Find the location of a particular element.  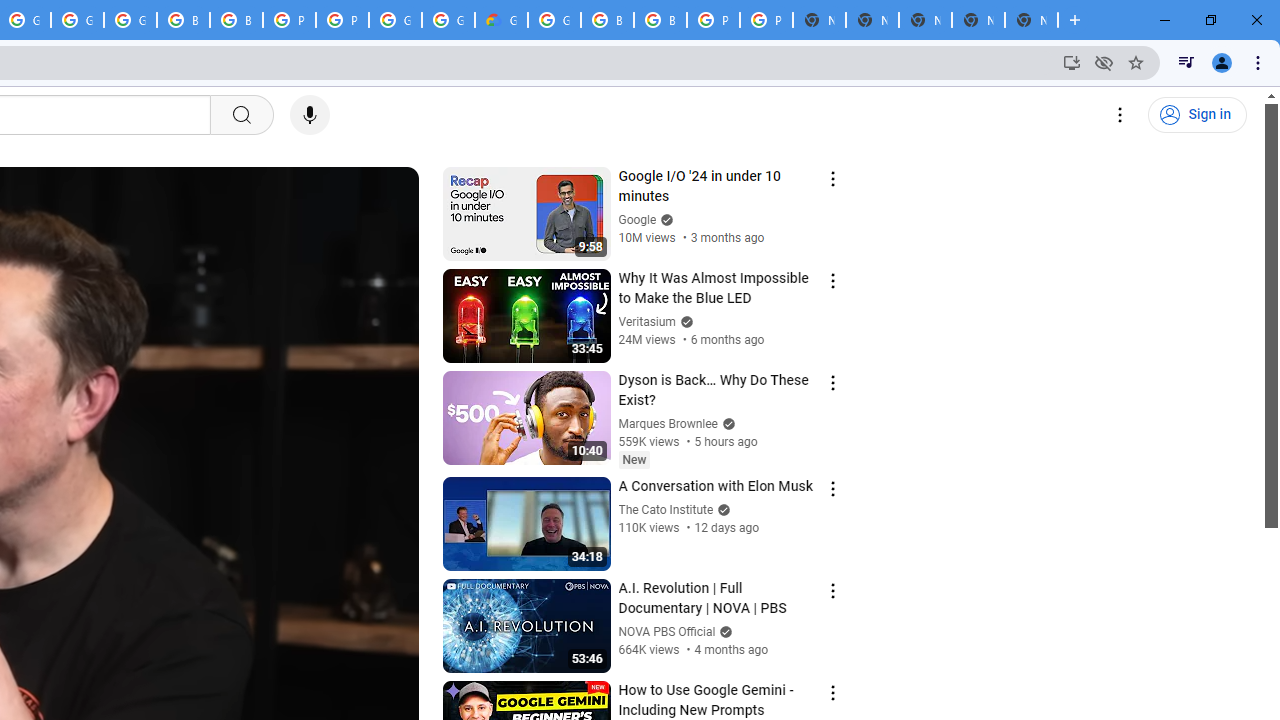

'Google Cloud Platform' is located at coordinates (395, 20).